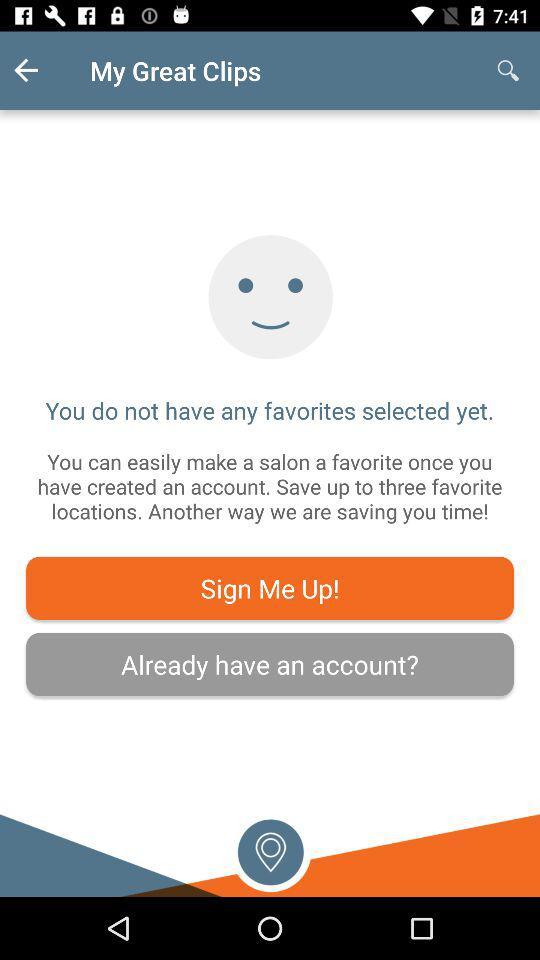  What do you see at coordinates (270, 849) in the screenshot?
I see `location icon` at bounding box center [270, 849].